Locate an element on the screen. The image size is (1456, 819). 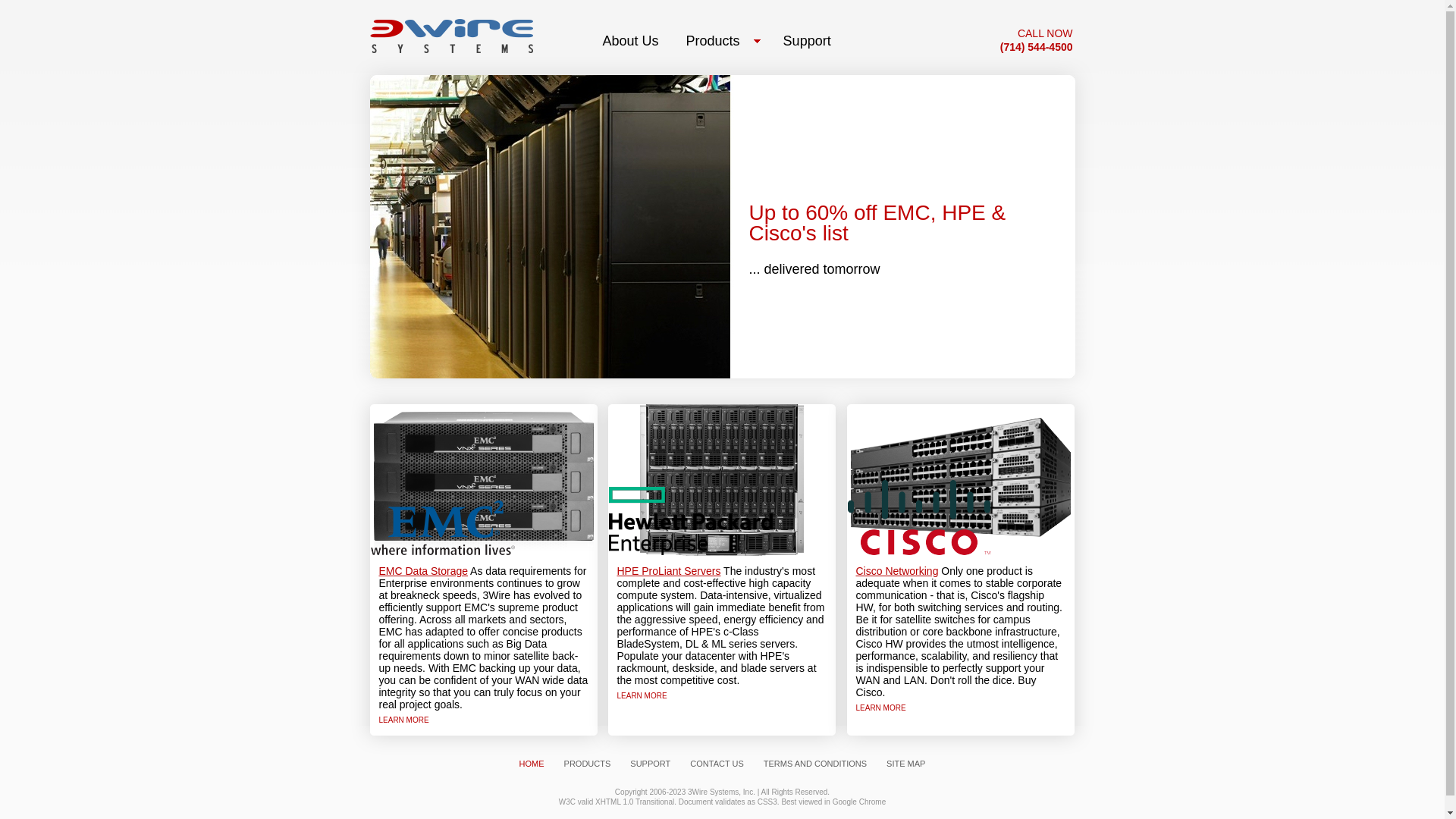
'HOME' is located at coordinates (532, 763).